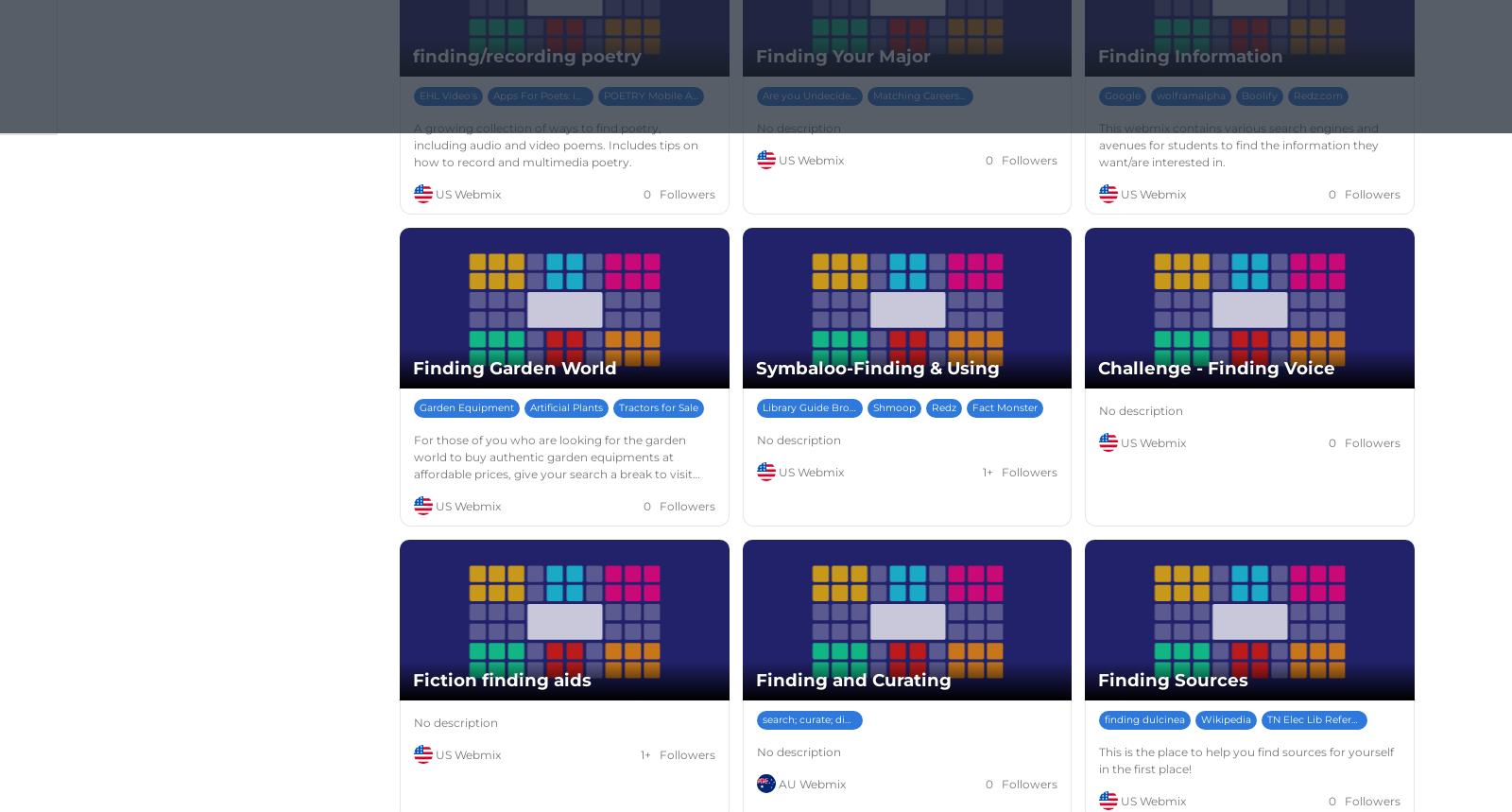 The image size is (1512, 812). Describe the element at coordinates (1225, 718) in the screenshot. I see `'Wikipedia'` at that location.